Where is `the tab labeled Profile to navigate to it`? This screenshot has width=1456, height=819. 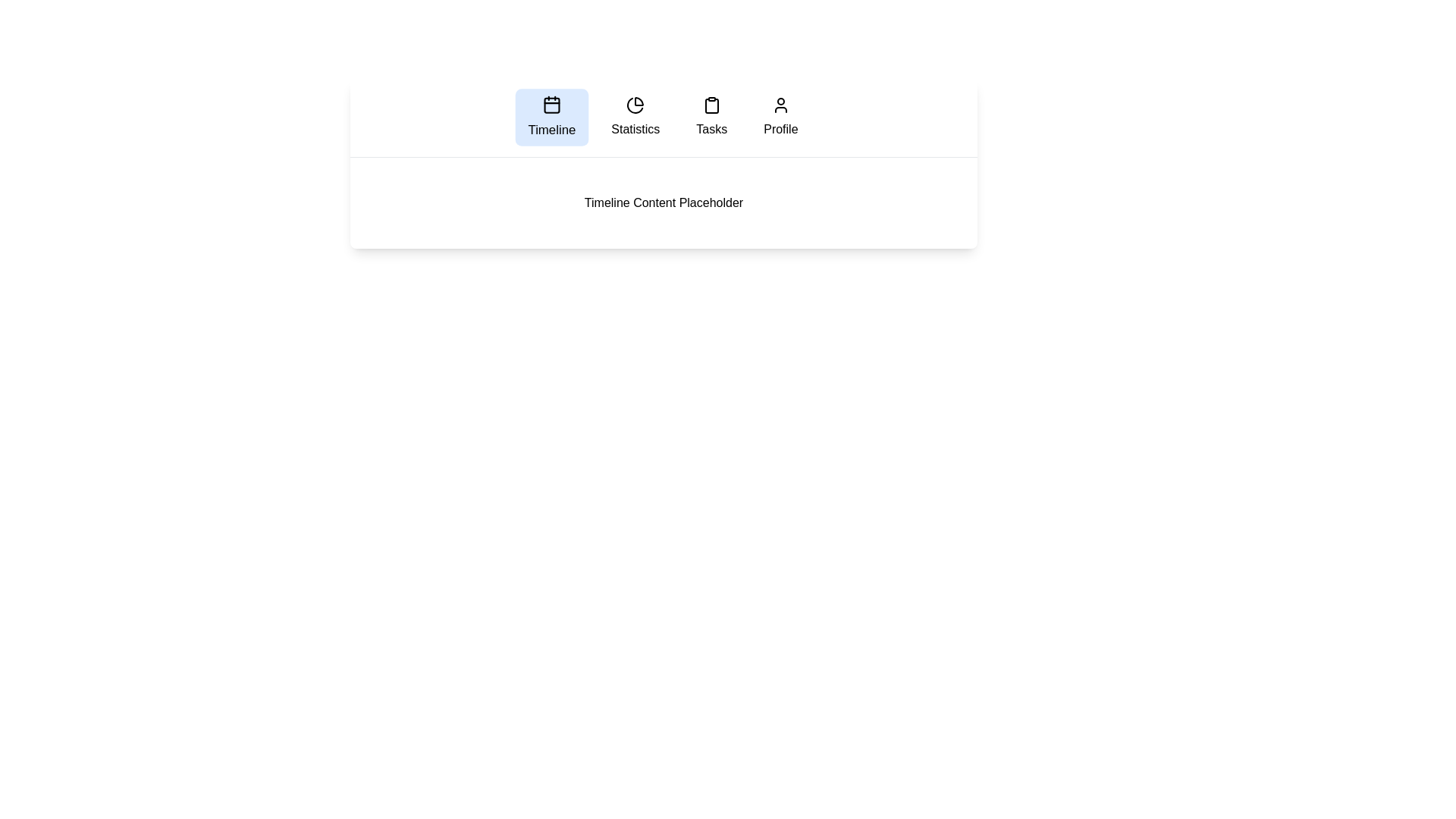 the tab labeled Profile to navigate to it is located at coordinates (780, 116).